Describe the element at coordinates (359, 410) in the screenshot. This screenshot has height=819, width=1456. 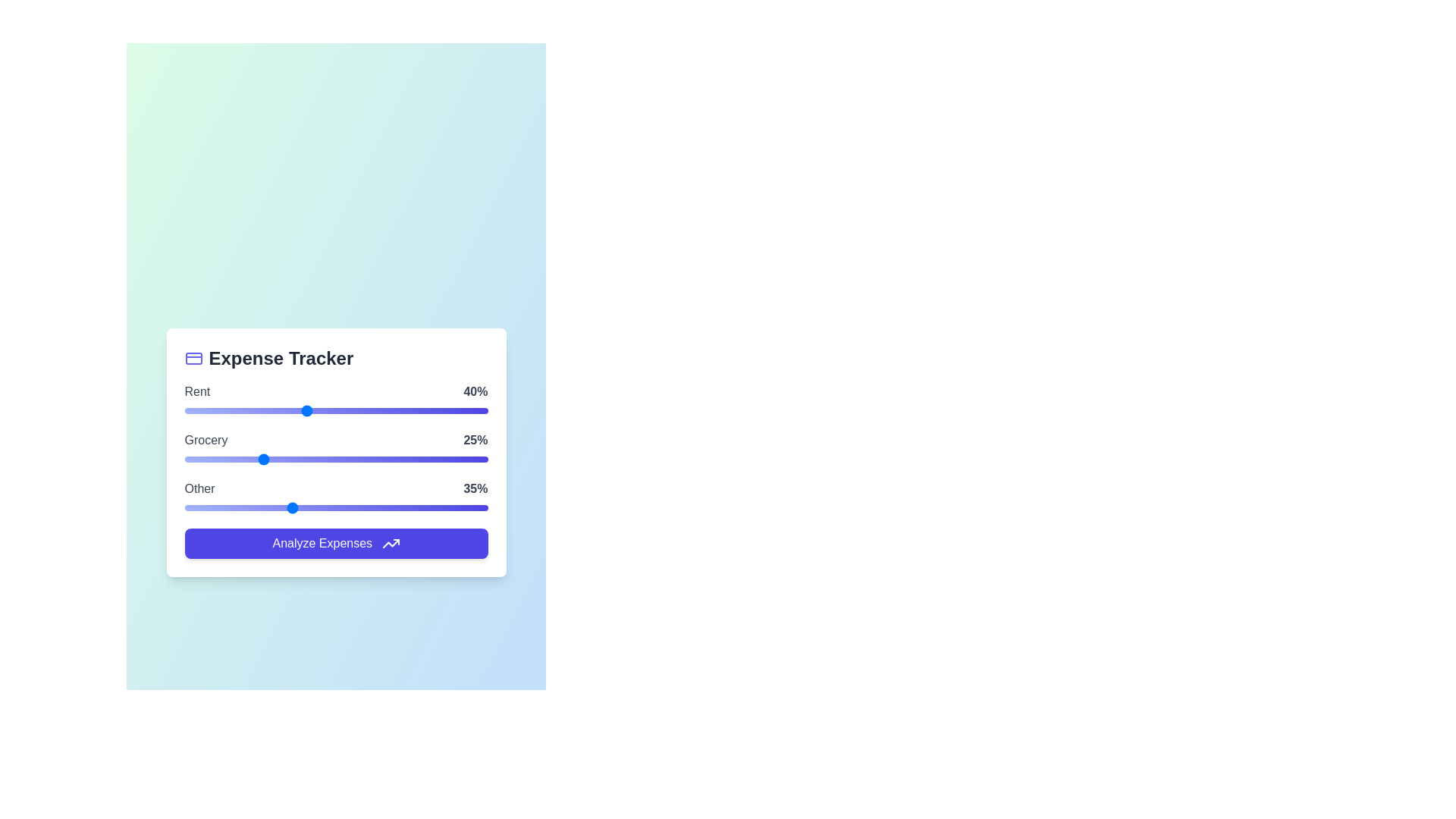
I see `the 'Rent' slider to 58%` at that location.